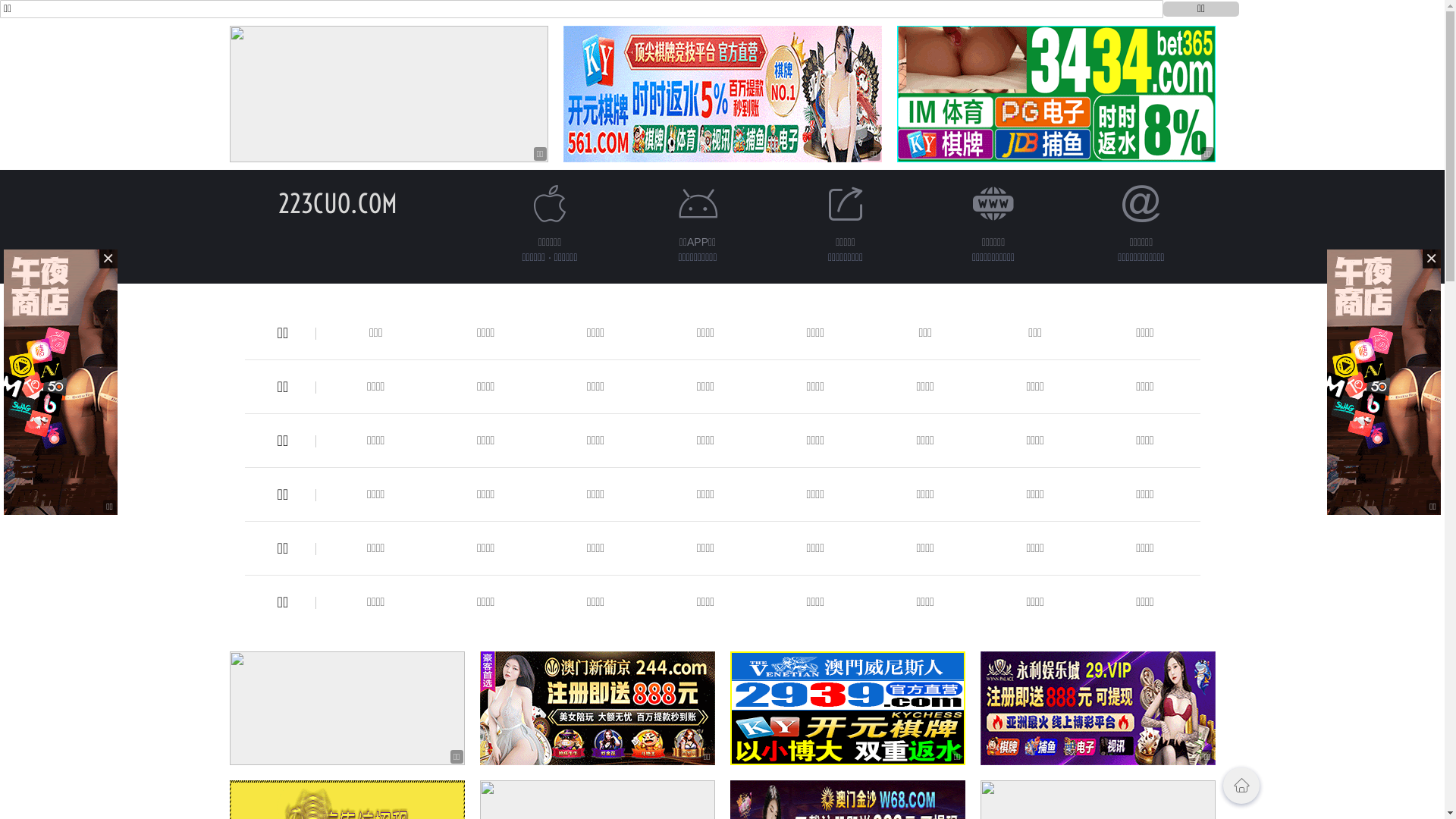 Image resolution: width=1456 pixels, height=819 pixels. What do you see at coordinates (337, 202) in the screenshot?
I see `'223CUO.COM'` at bounding box center [337, 202].